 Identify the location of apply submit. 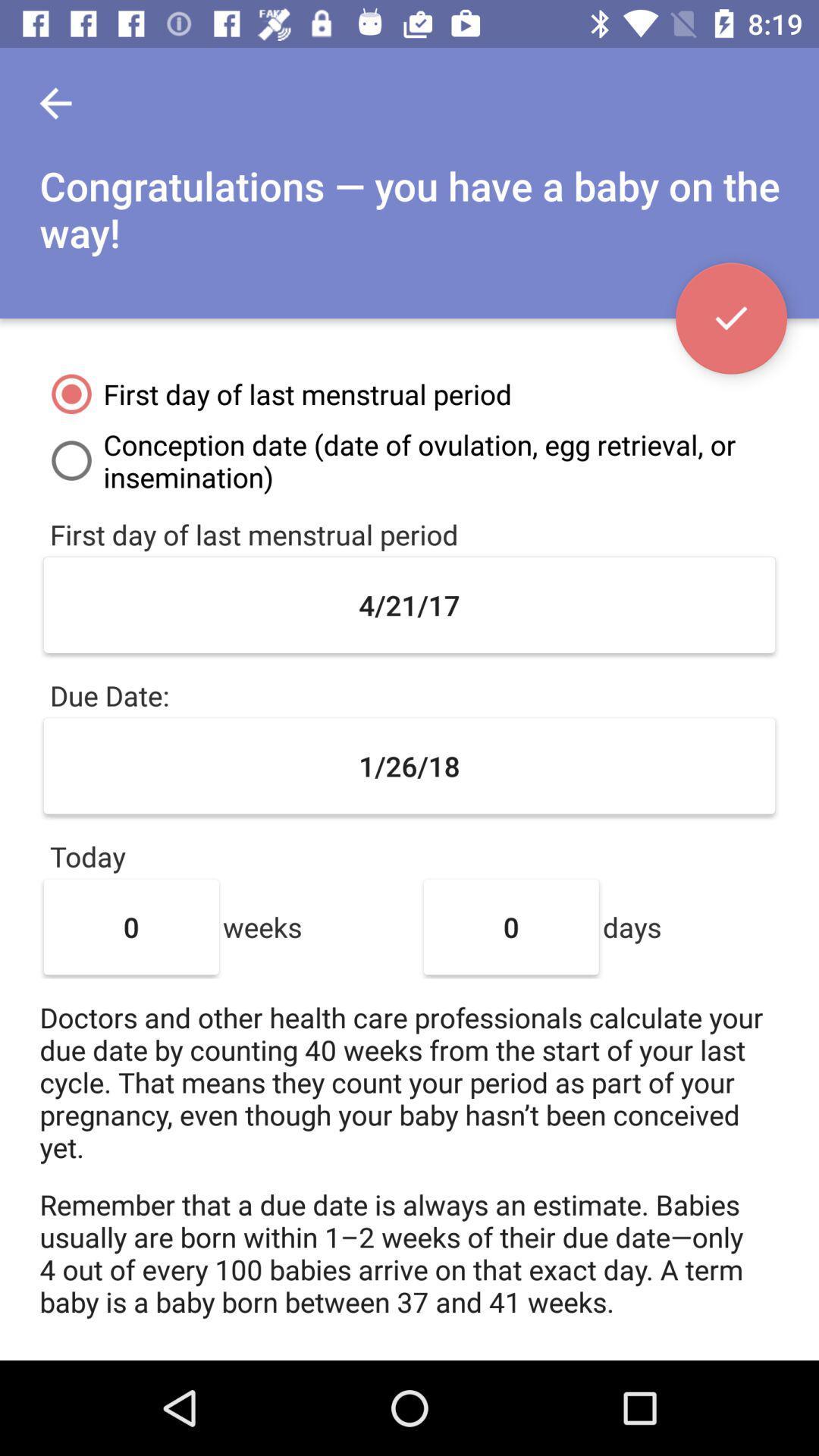
(730, 318).